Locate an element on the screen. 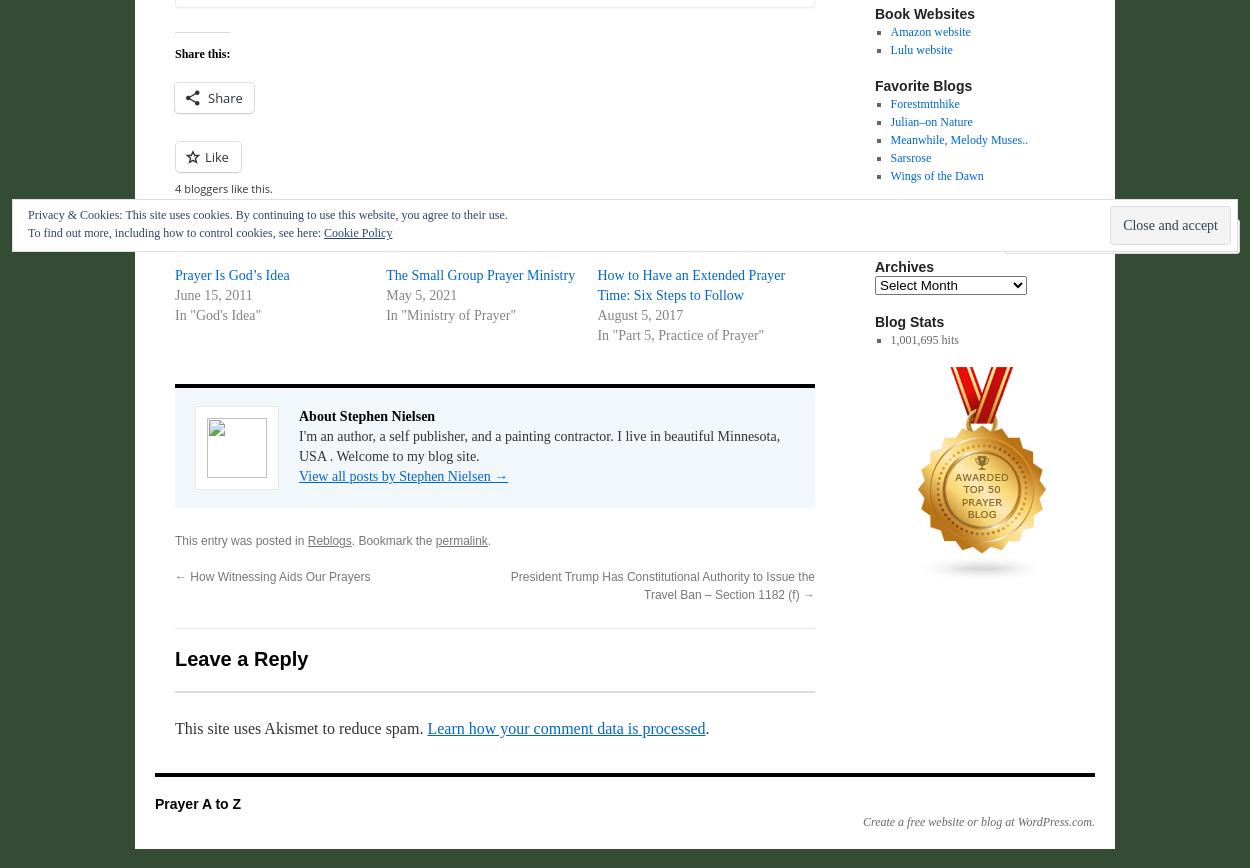 This screenshot has width=1250, height=868. 'Amazon website' is located at coordinates (930, 32).